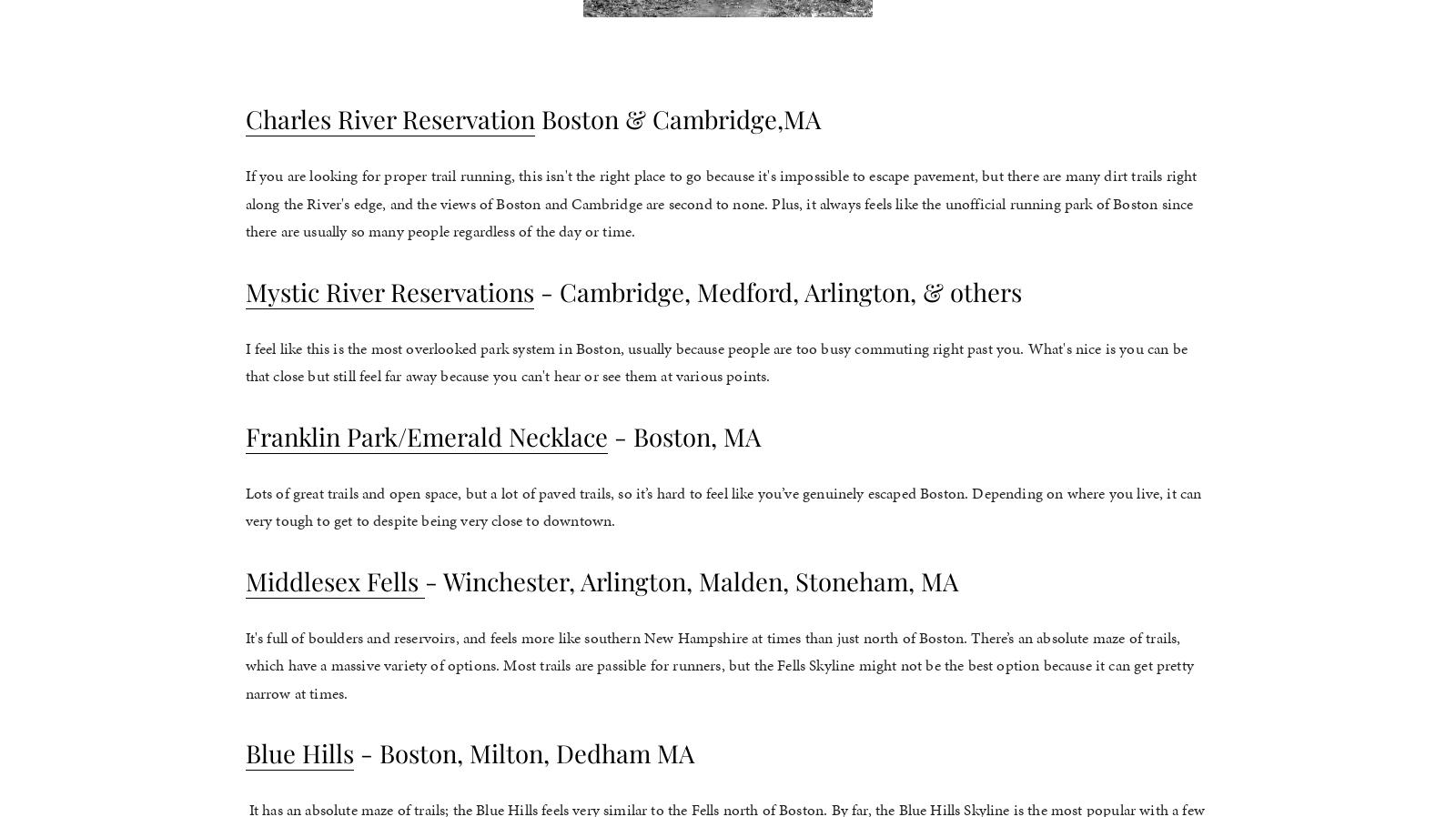 The height and width of the screenshot is (817, 1456). What do you see at coordinates (425, 434) in the screenshot?
I see `'Franklin Park/Emerald Necklace'` at bounding box center [425, 434].